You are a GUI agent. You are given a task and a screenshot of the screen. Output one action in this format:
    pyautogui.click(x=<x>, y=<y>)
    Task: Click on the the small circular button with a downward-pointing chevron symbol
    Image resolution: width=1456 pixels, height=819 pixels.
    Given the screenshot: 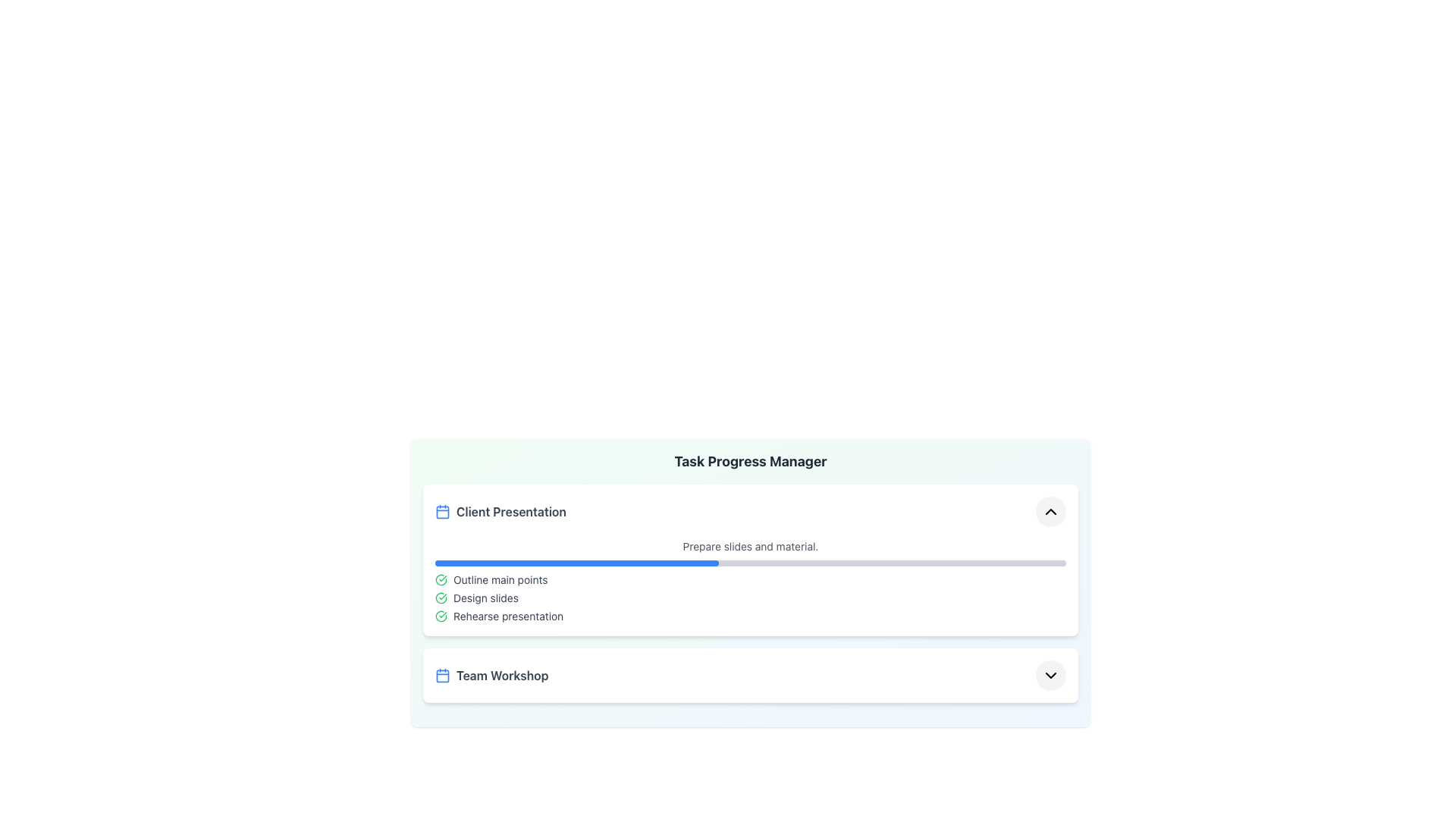 What is the action you would take?
    pyautogui.click(x=1050, y=675)
    